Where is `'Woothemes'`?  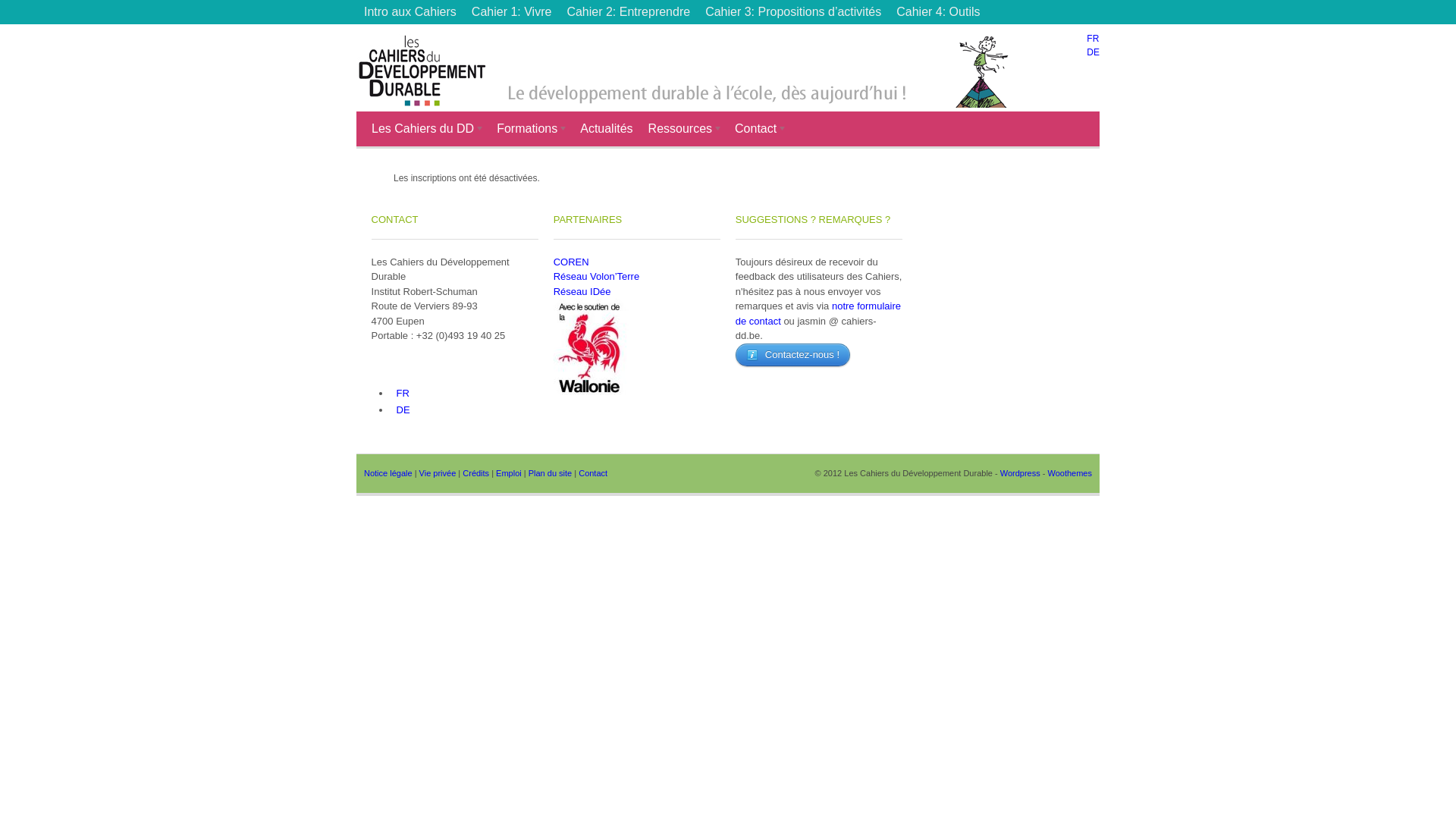 'Woothemes' is located at coordinates (1069, 472).